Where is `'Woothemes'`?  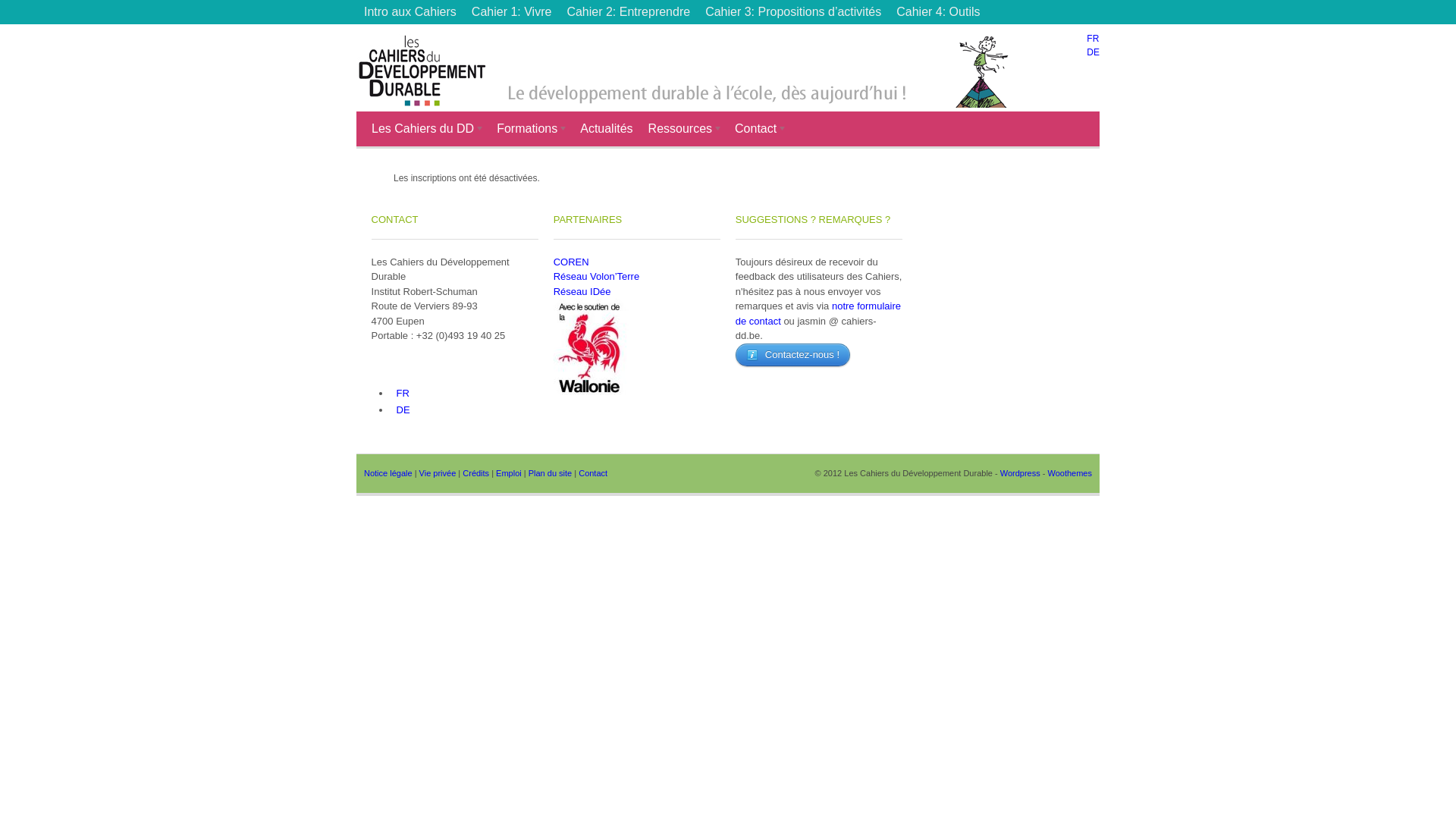 'Woothemes' is located at coordinates (1069, 472).